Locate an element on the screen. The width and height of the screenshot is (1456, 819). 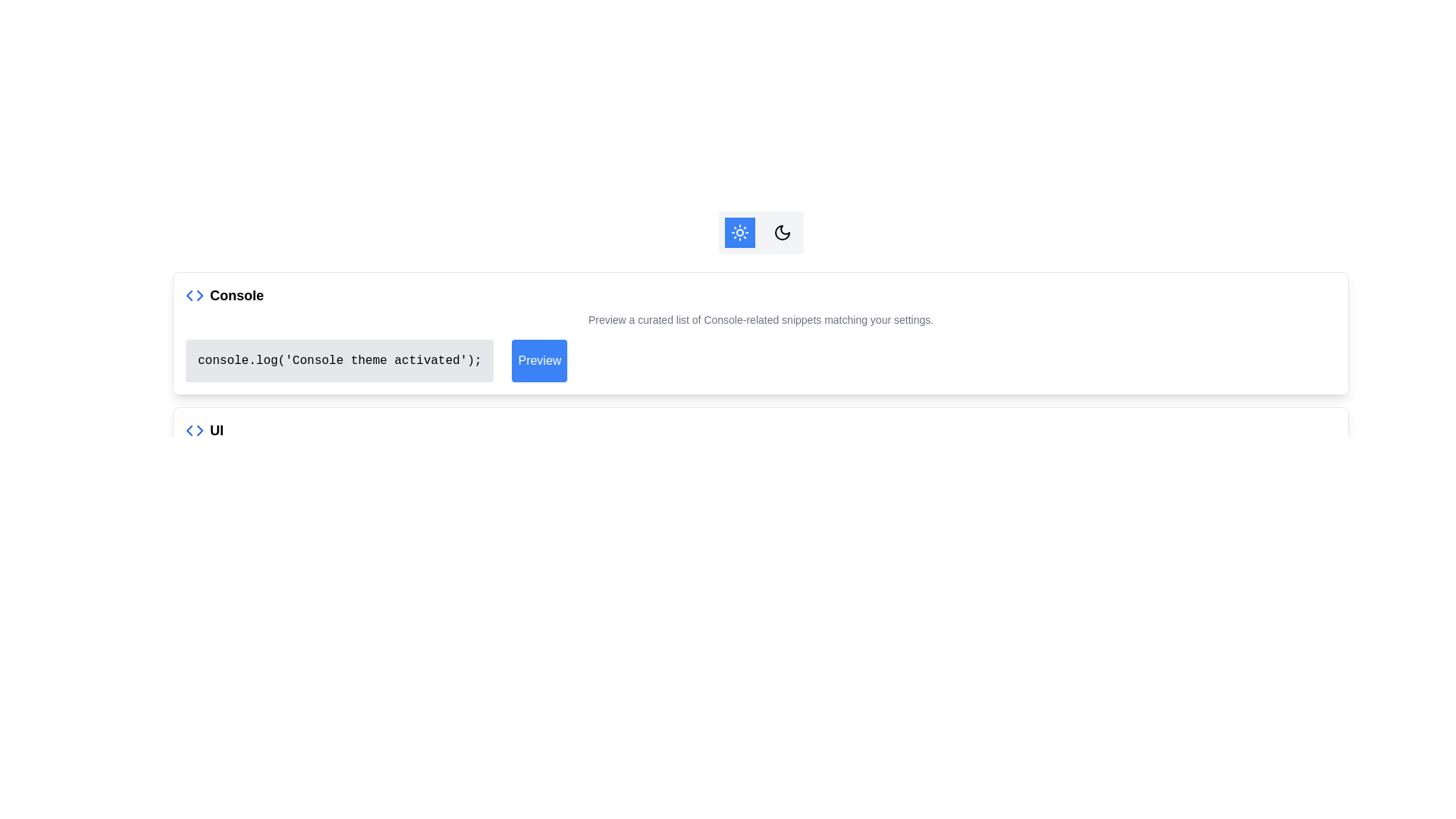
the button with a crescent moon icon is located at coordinates (782, 233).